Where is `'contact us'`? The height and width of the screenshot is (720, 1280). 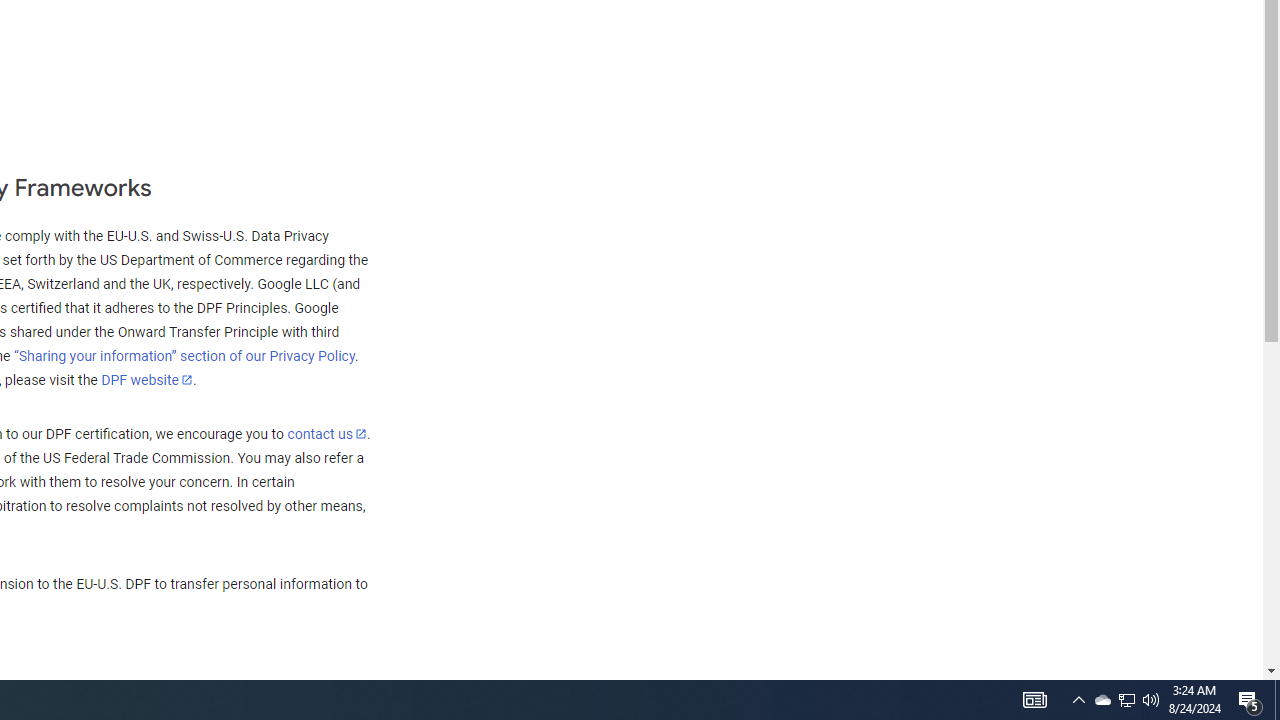 'contact us' is located at coordinates (327, 432).